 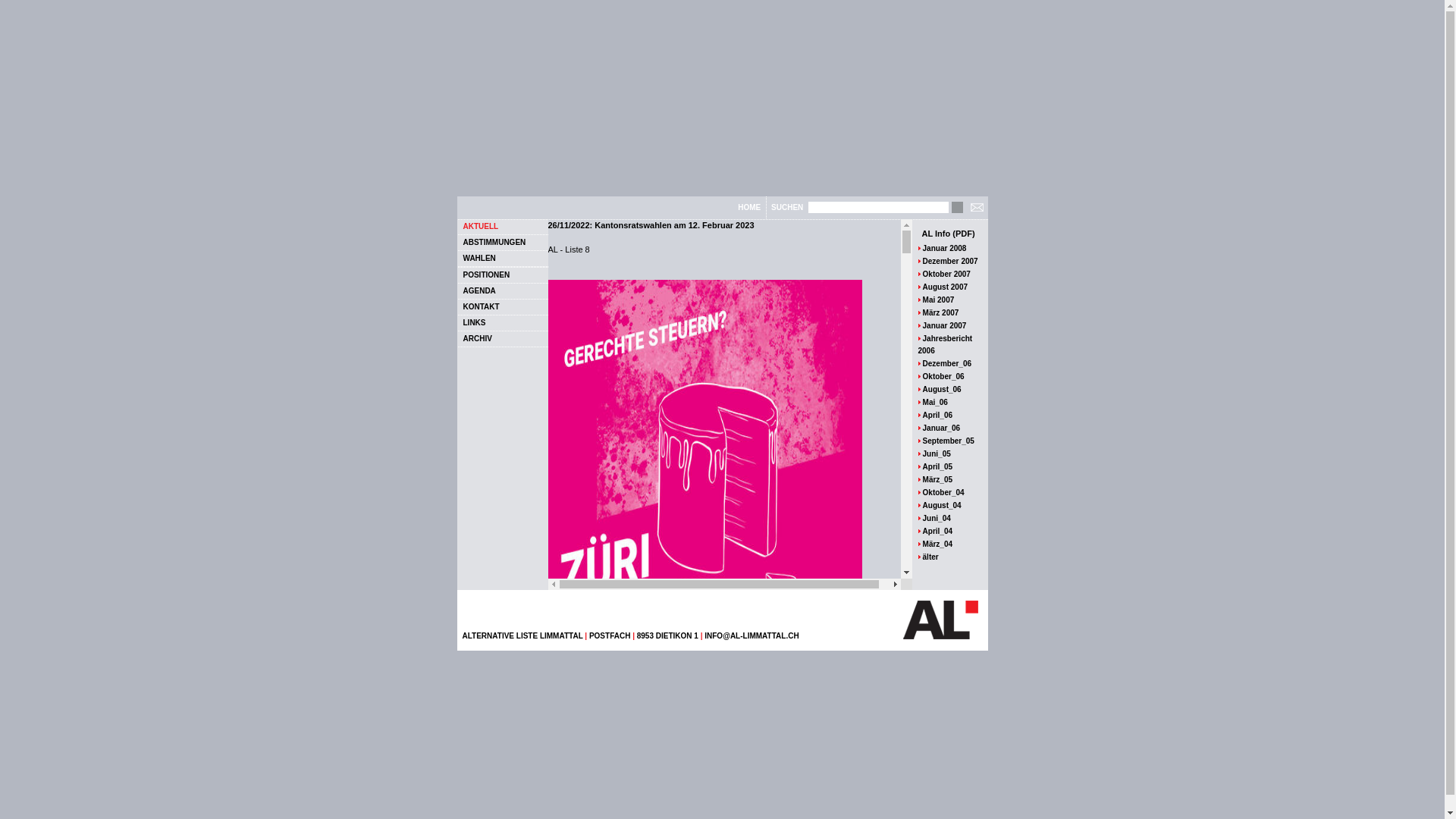 I want to click on 'April_04', so click(x=937, y=529).